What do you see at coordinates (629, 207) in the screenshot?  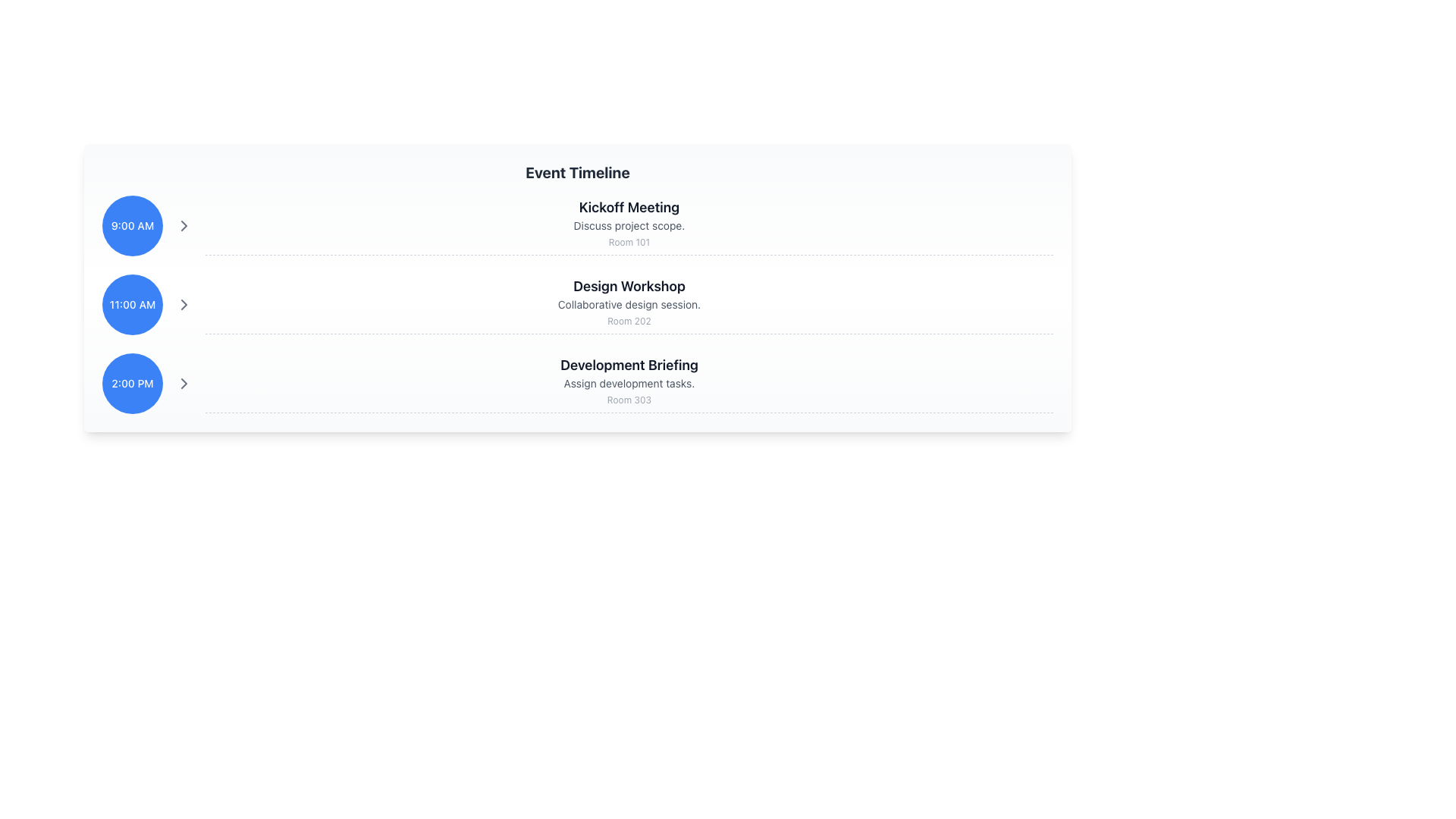 I see `the 'Kickoff Meeting' text label, which is styled with a bold font and larger size, located at the top of the '9:00 AM' section in the event timeline interface` at bounding box center [629, 207].